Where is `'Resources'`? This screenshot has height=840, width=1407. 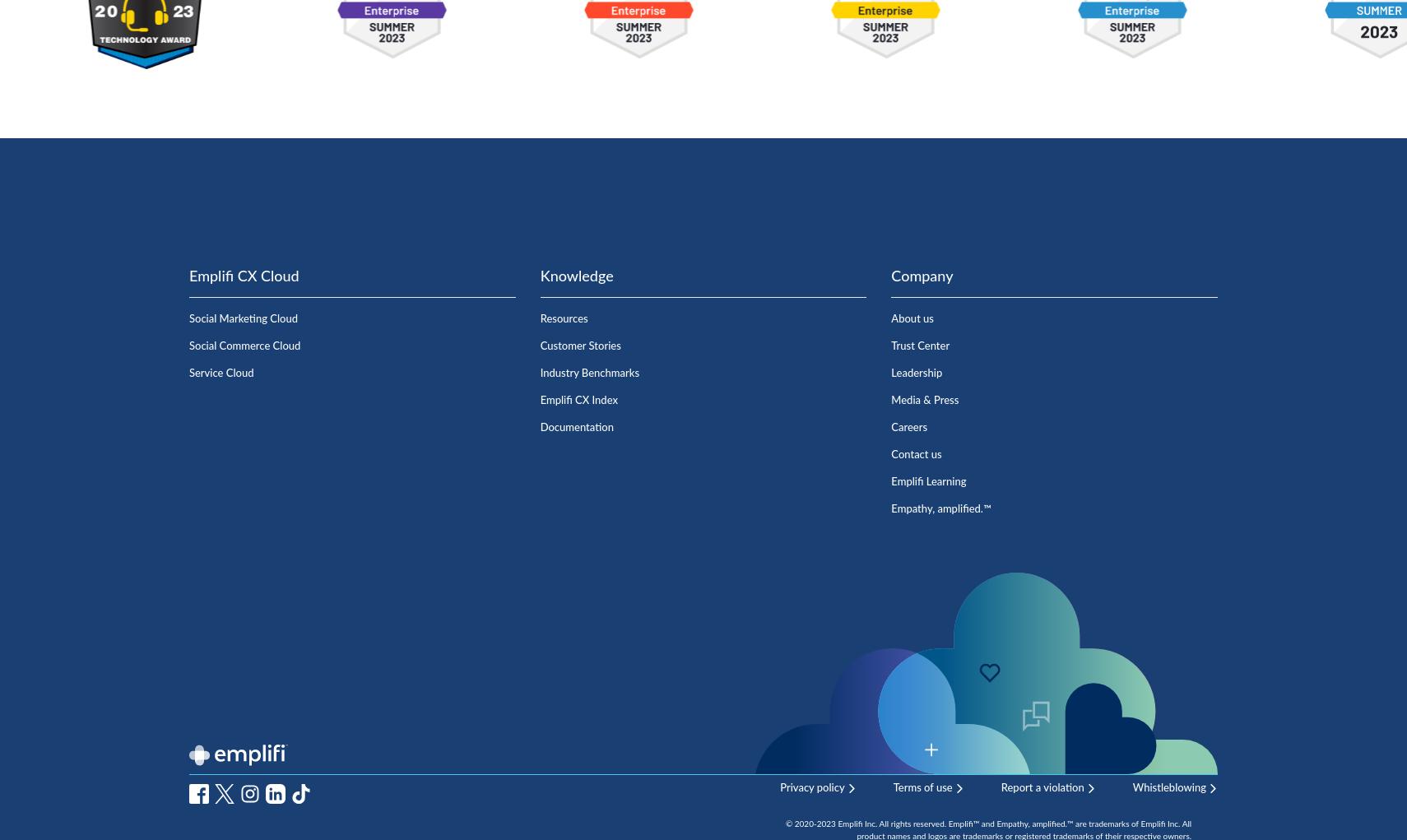
'Resources' is located at coordinates (564, 318).